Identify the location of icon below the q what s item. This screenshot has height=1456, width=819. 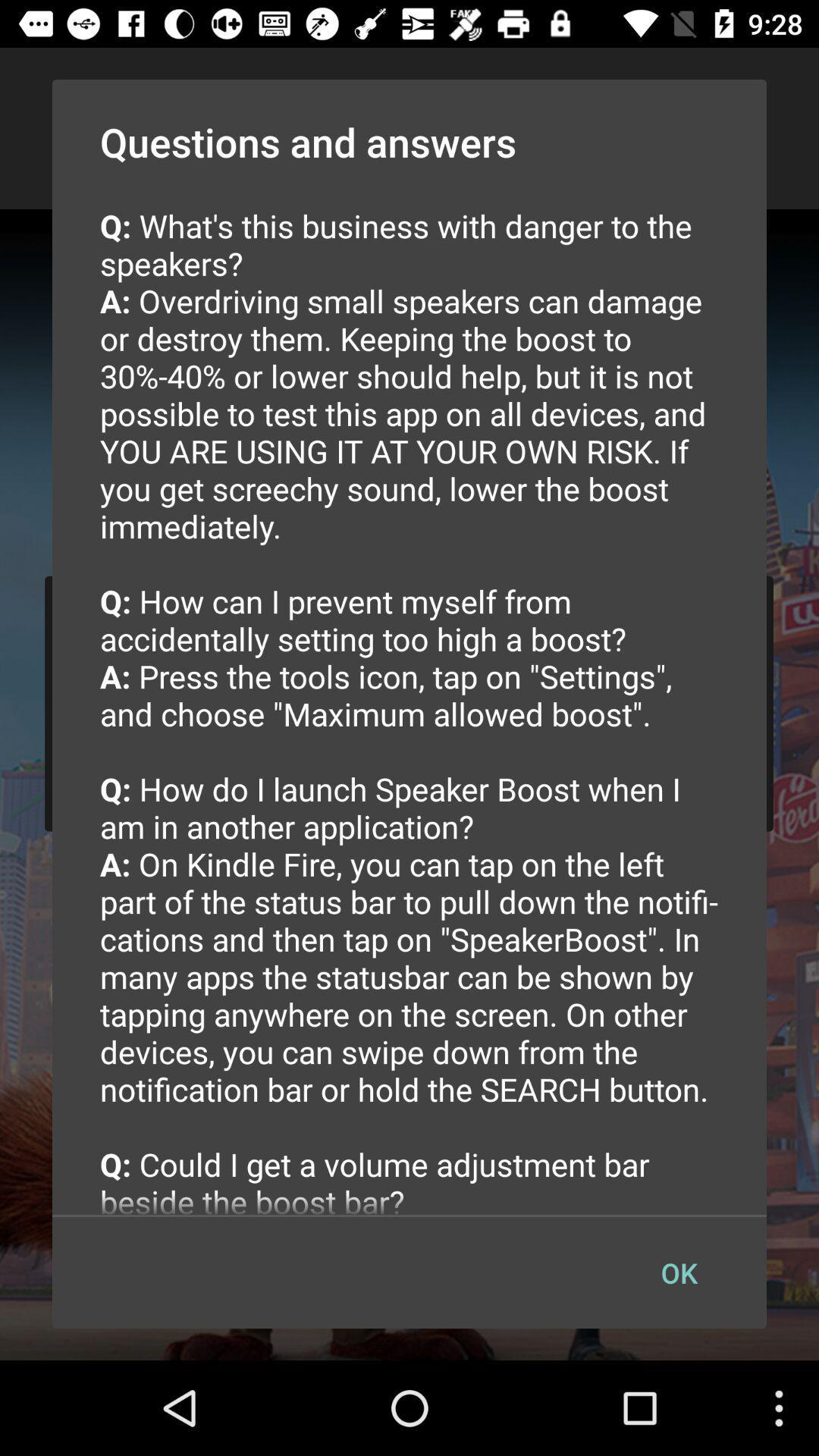
(678, 1272).